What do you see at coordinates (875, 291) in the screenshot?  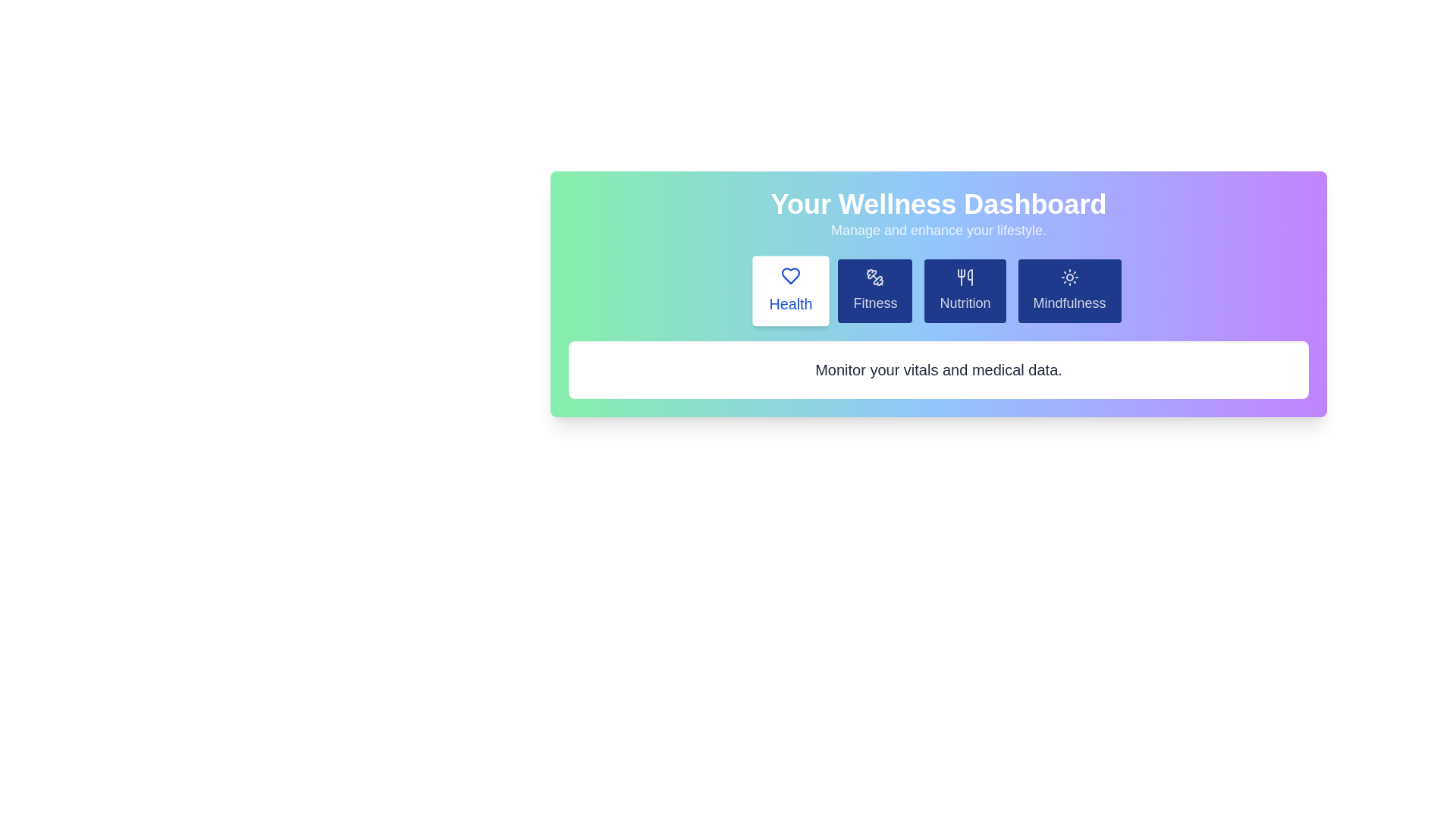 I see `the tab labeled Fitness to preview its hover state` at bounding box center [875, 291].